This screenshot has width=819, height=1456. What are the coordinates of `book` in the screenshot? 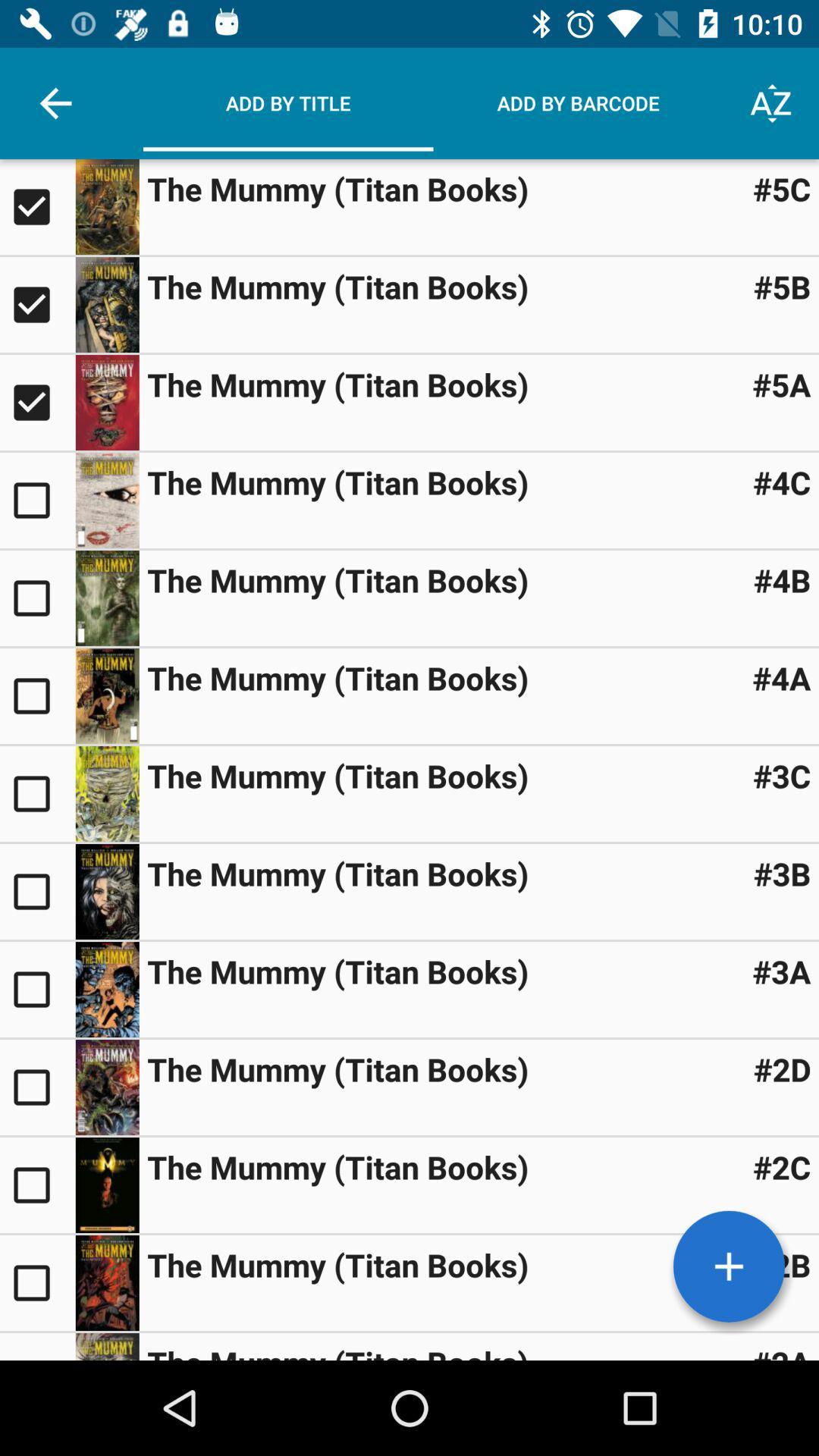 It's located at (106, 304).